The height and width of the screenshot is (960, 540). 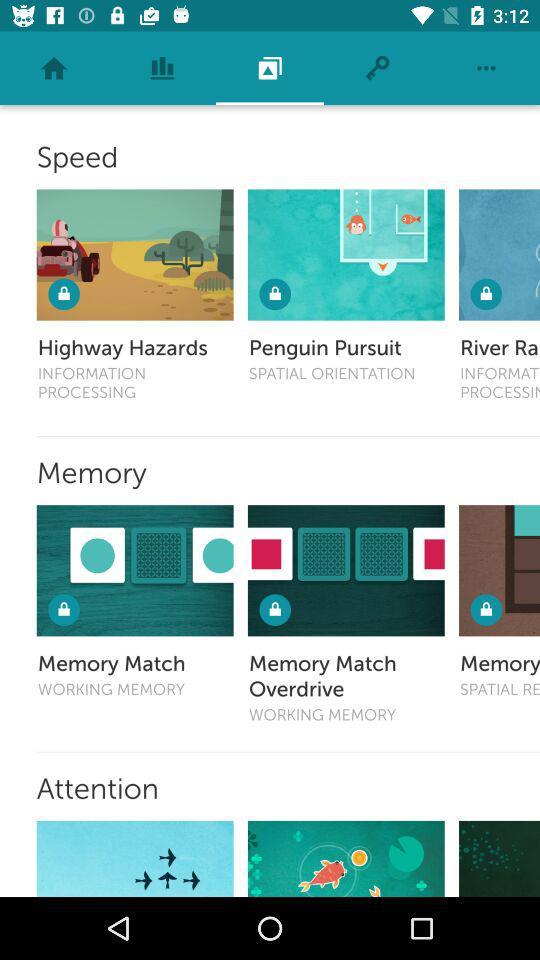 What do you see at coordinates (135, 857) in the screenshot?
I see `first attention exercise` at bounding box center [135, 857].